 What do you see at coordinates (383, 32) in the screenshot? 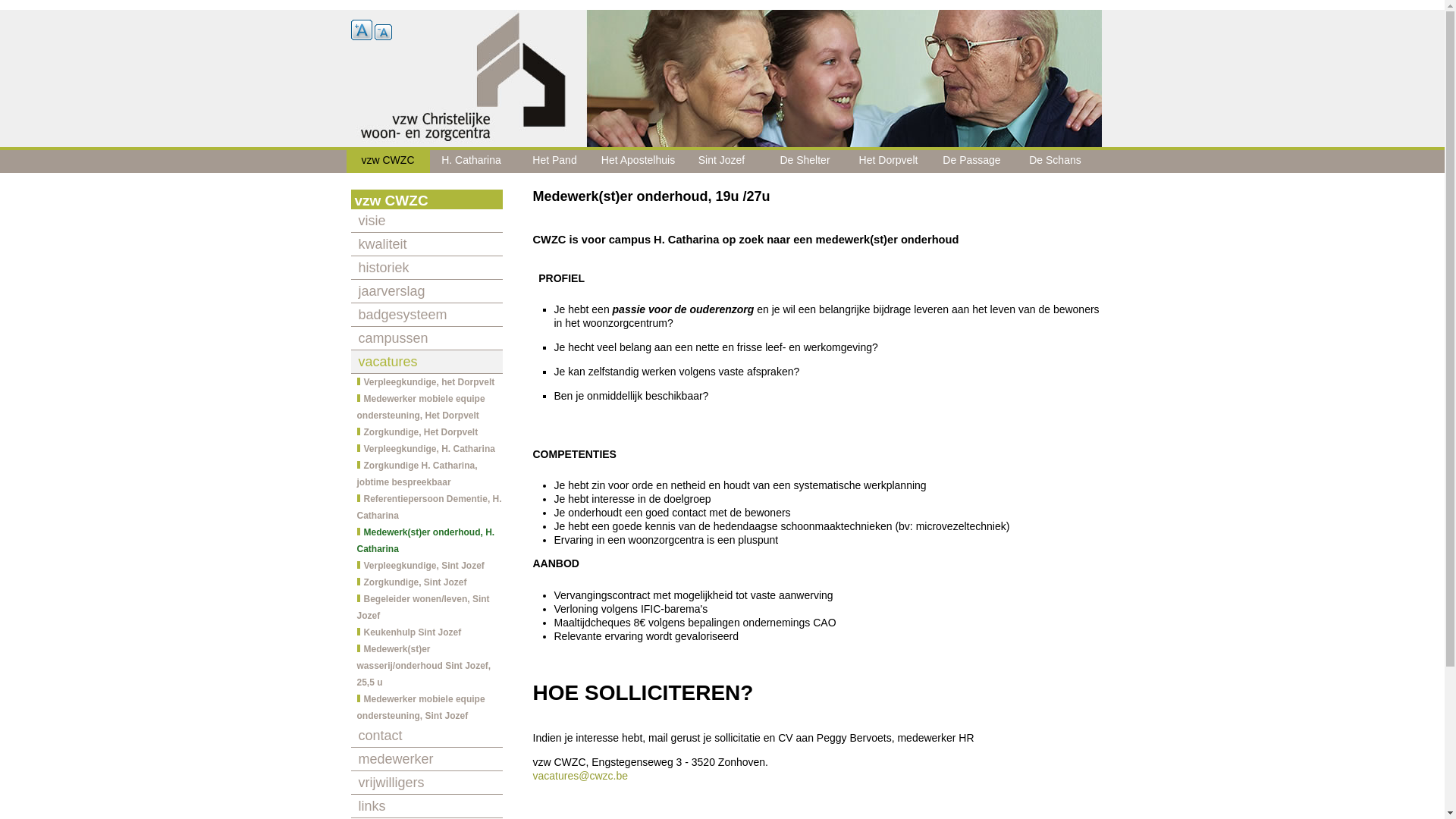
I see `'A'` at bounding box center [383, 32].